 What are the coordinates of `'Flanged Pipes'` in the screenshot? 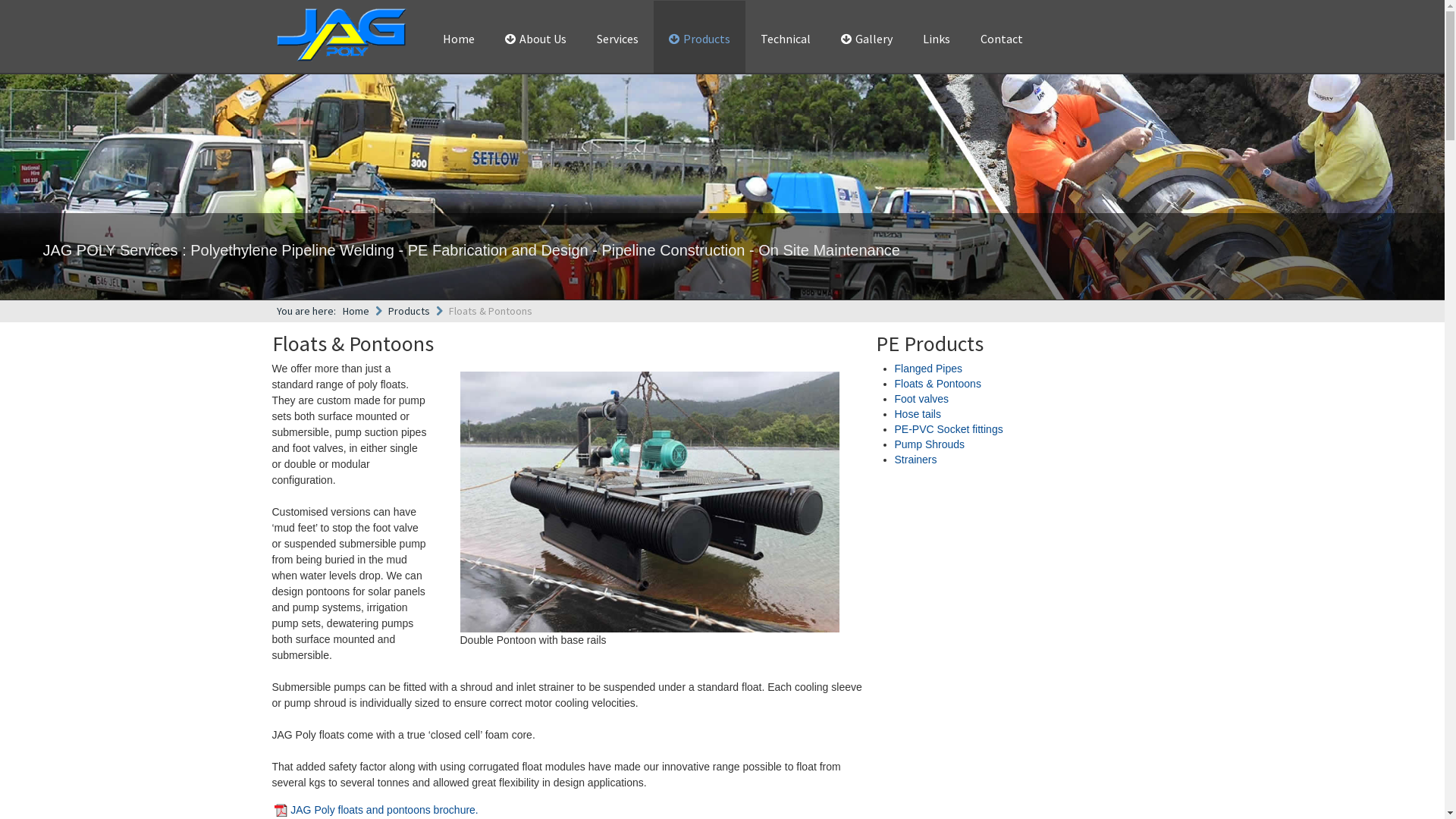 It's located at (927, 369).